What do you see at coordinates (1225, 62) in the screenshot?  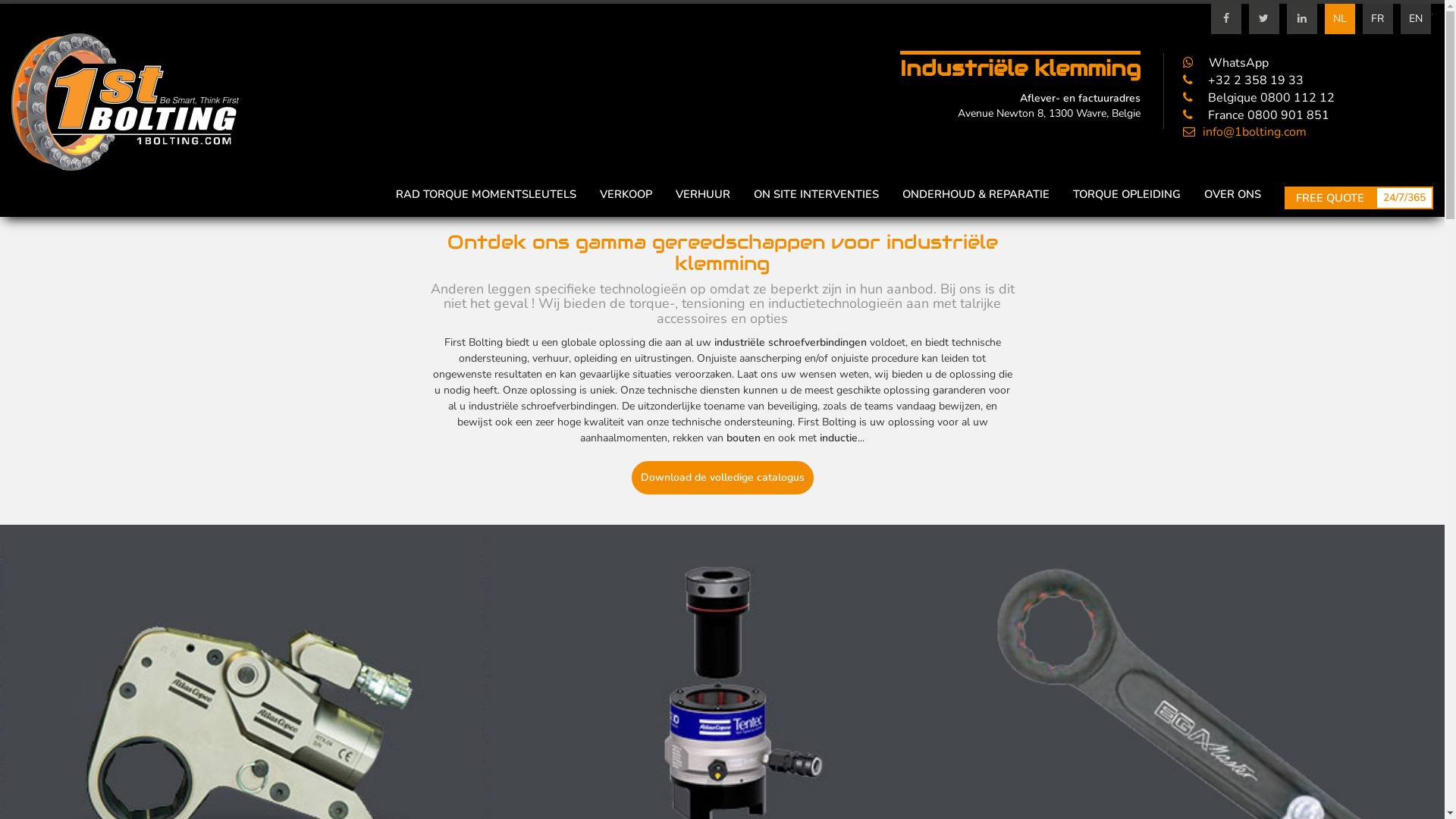 I see `'WhatsApp'` at bounding box center [1225, 62].